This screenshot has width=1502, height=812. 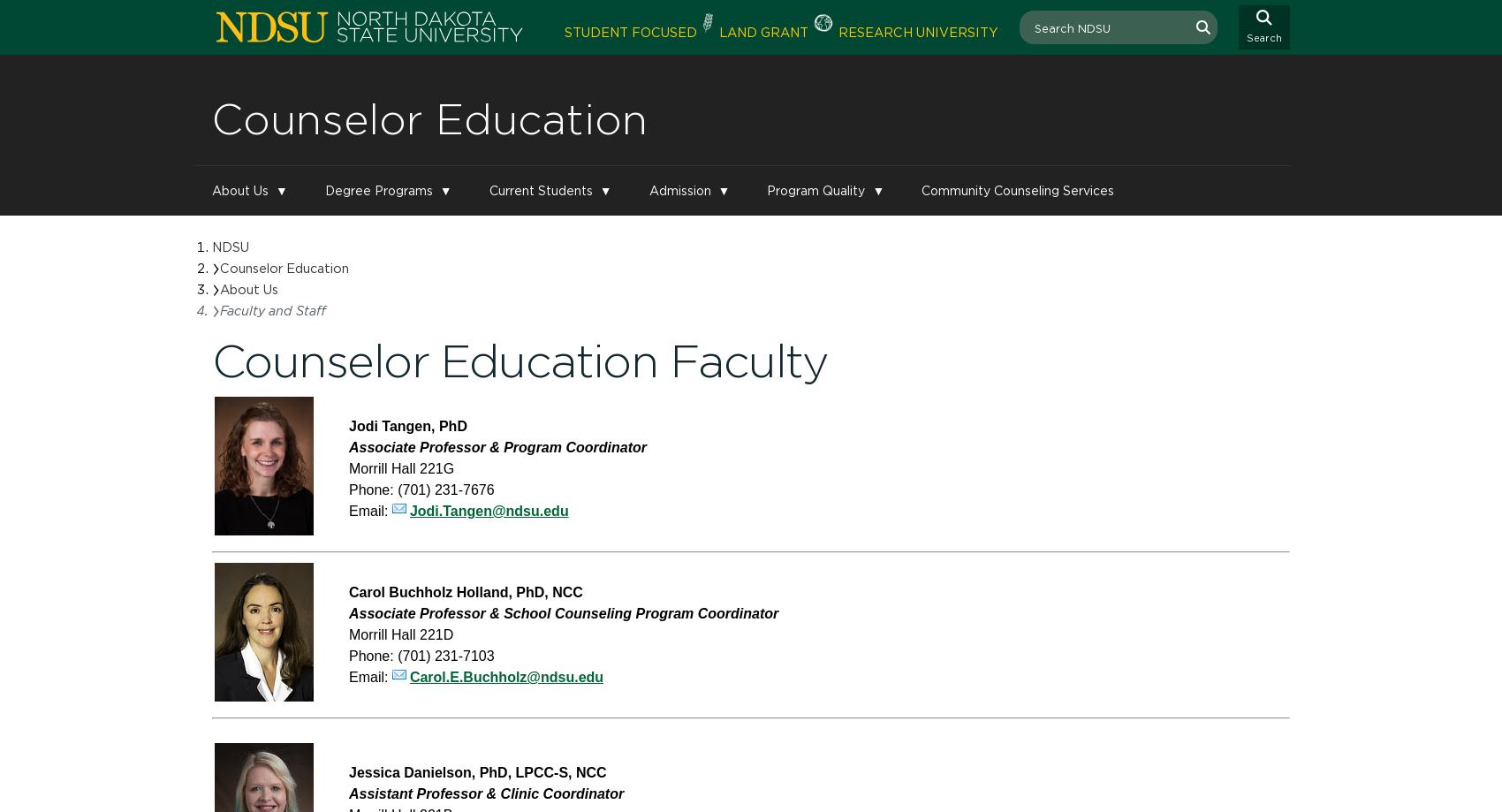 I want to click on 'Morrill Hall 221D', so click(x=401, y=634).